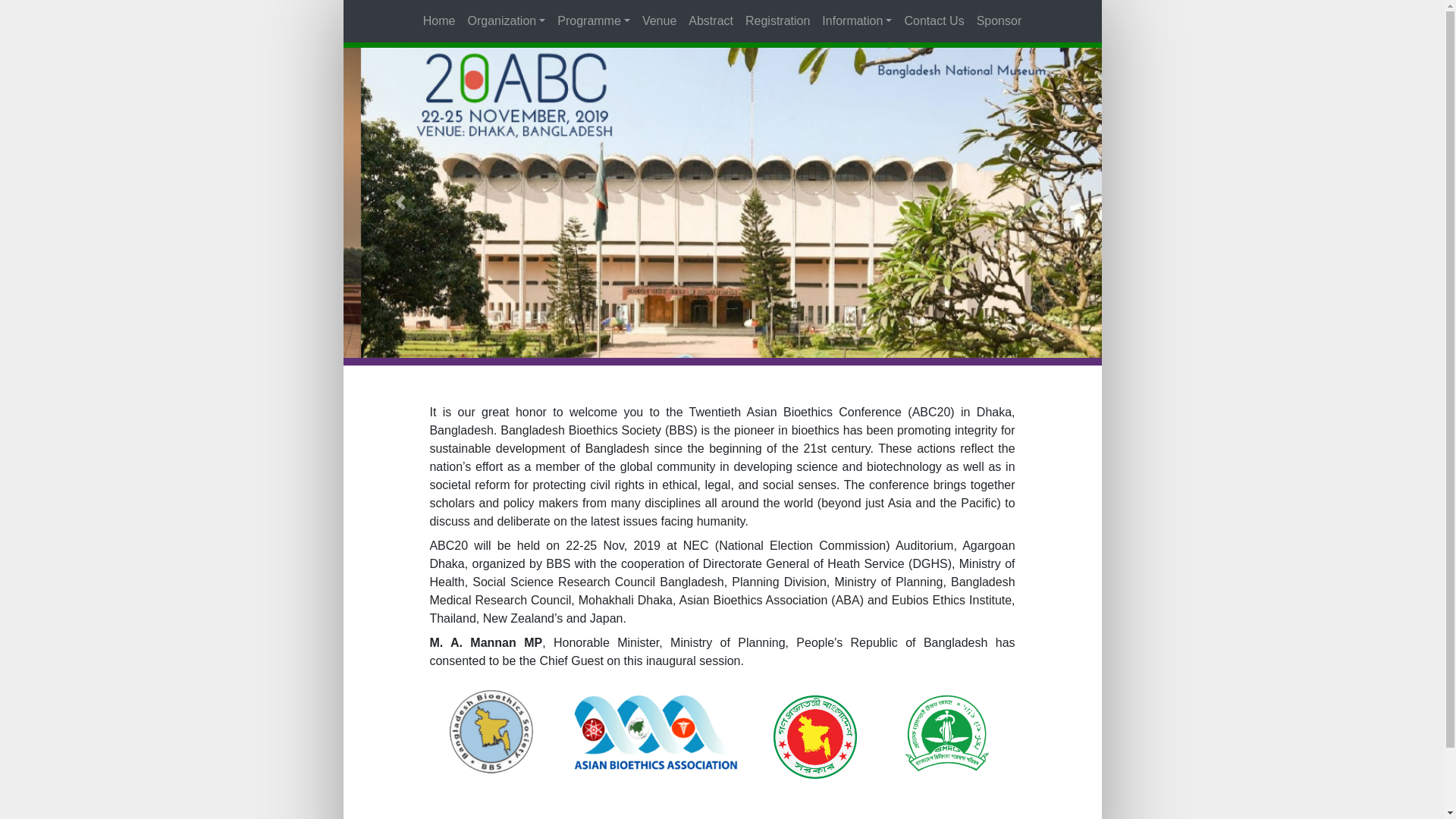 This screenshot has height=819, width=1456. I want to click on 'Sponsor', so click(971, 20).